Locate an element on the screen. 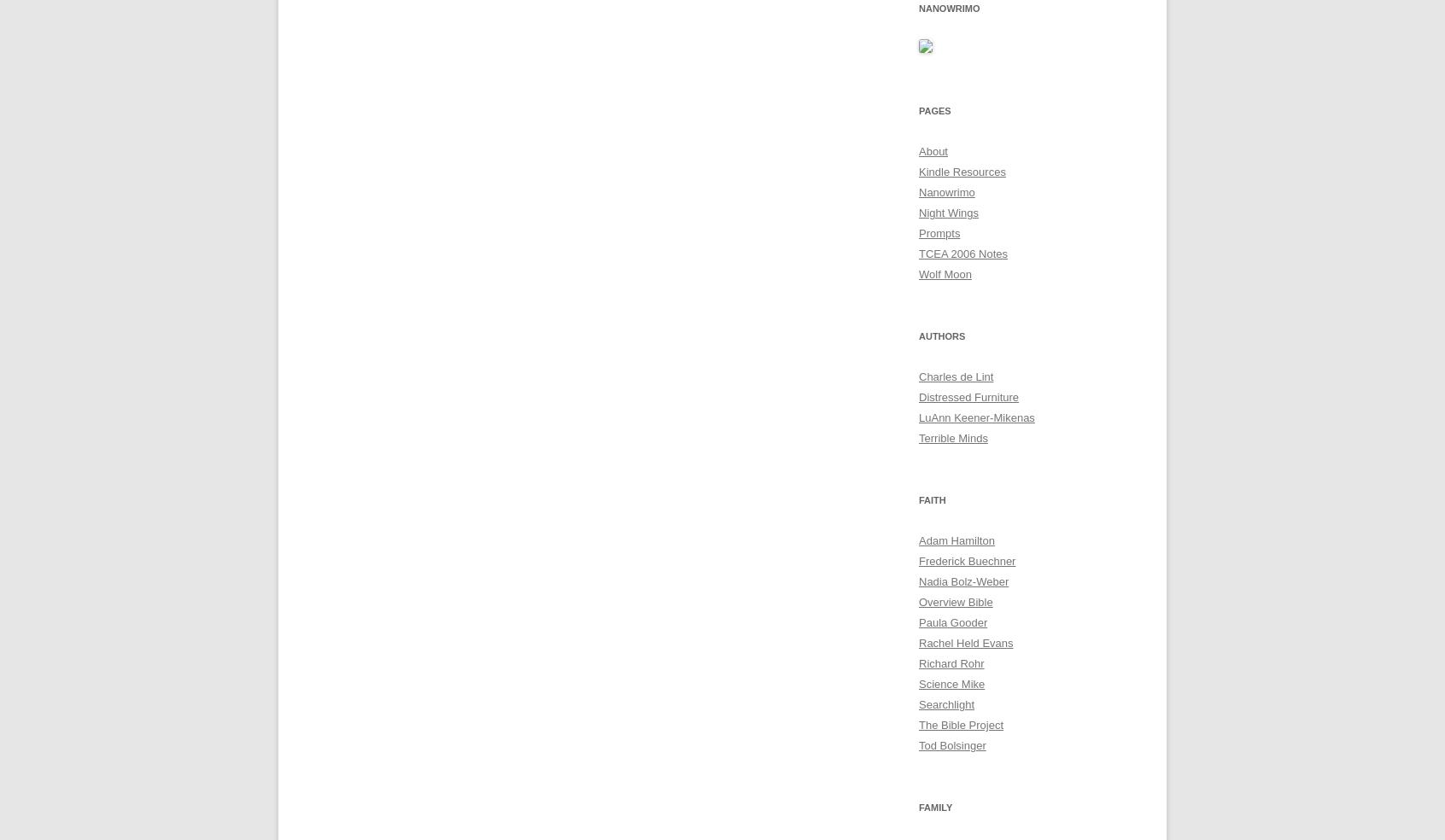 This screenshot has height=840, width=1445. 'Rachel Held Evans' is located at coordinates (964, 642).